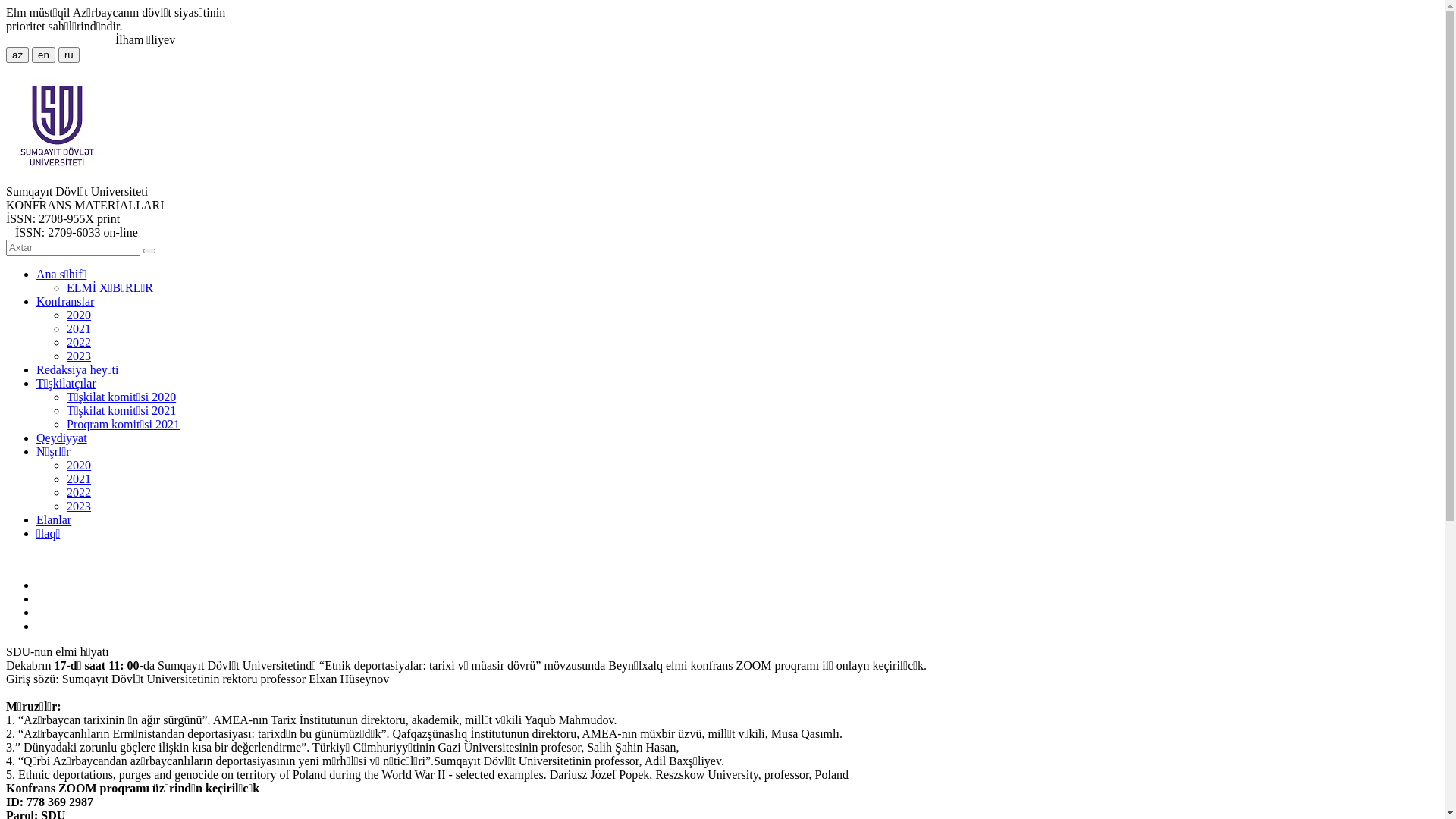 The width and height of the screenshot is (1456, 819). Describe the element at coordinates (78, 492) in the screenshot. I see `'2022'` at that location.